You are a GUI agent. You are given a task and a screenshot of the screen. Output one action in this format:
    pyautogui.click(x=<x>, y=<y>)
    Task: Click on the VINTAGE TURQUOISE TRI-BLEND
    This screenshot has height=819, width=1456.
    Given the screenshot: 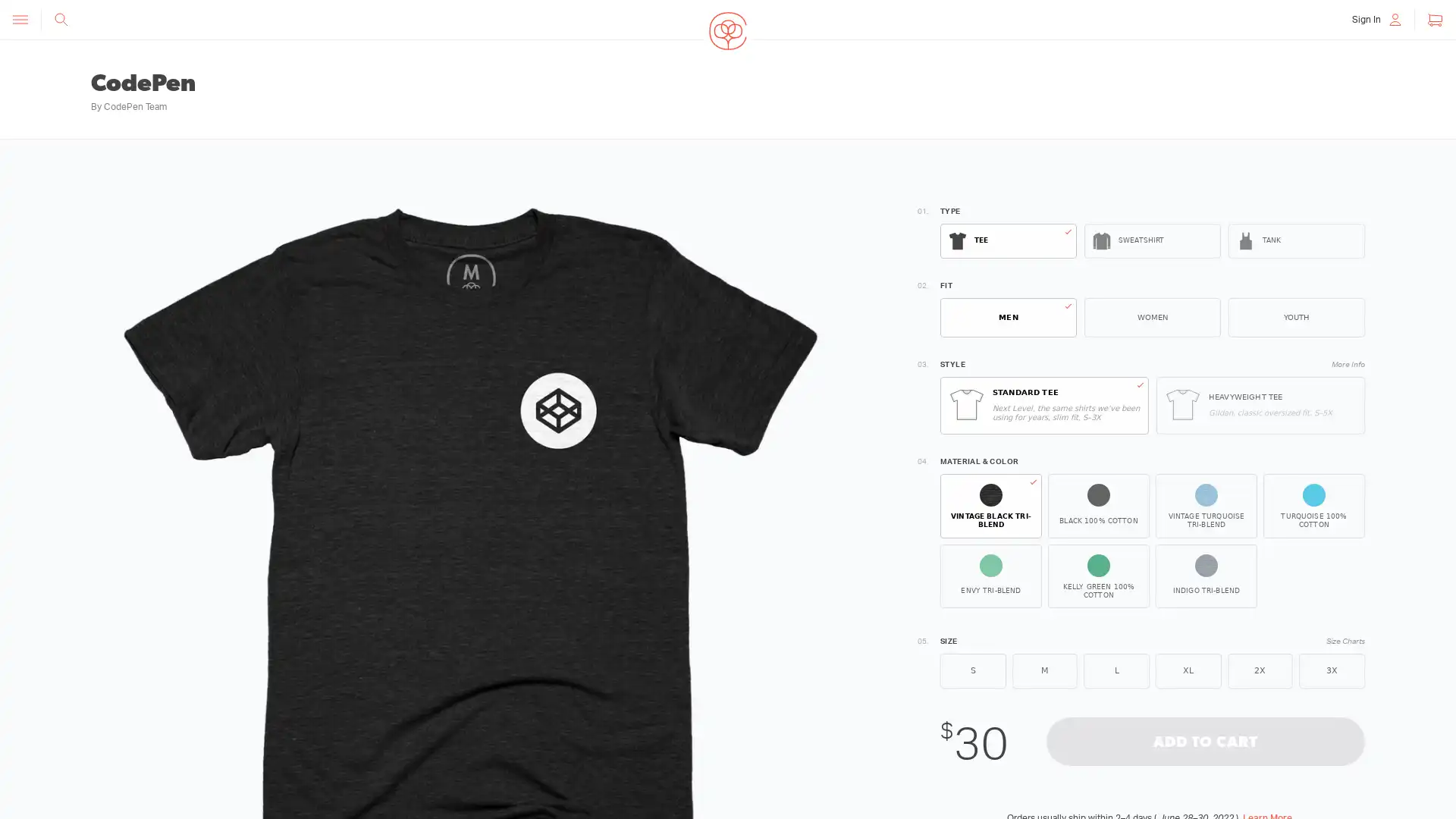 What is the action you would take?
    pyautogui.click(x=1205, y=506)
    